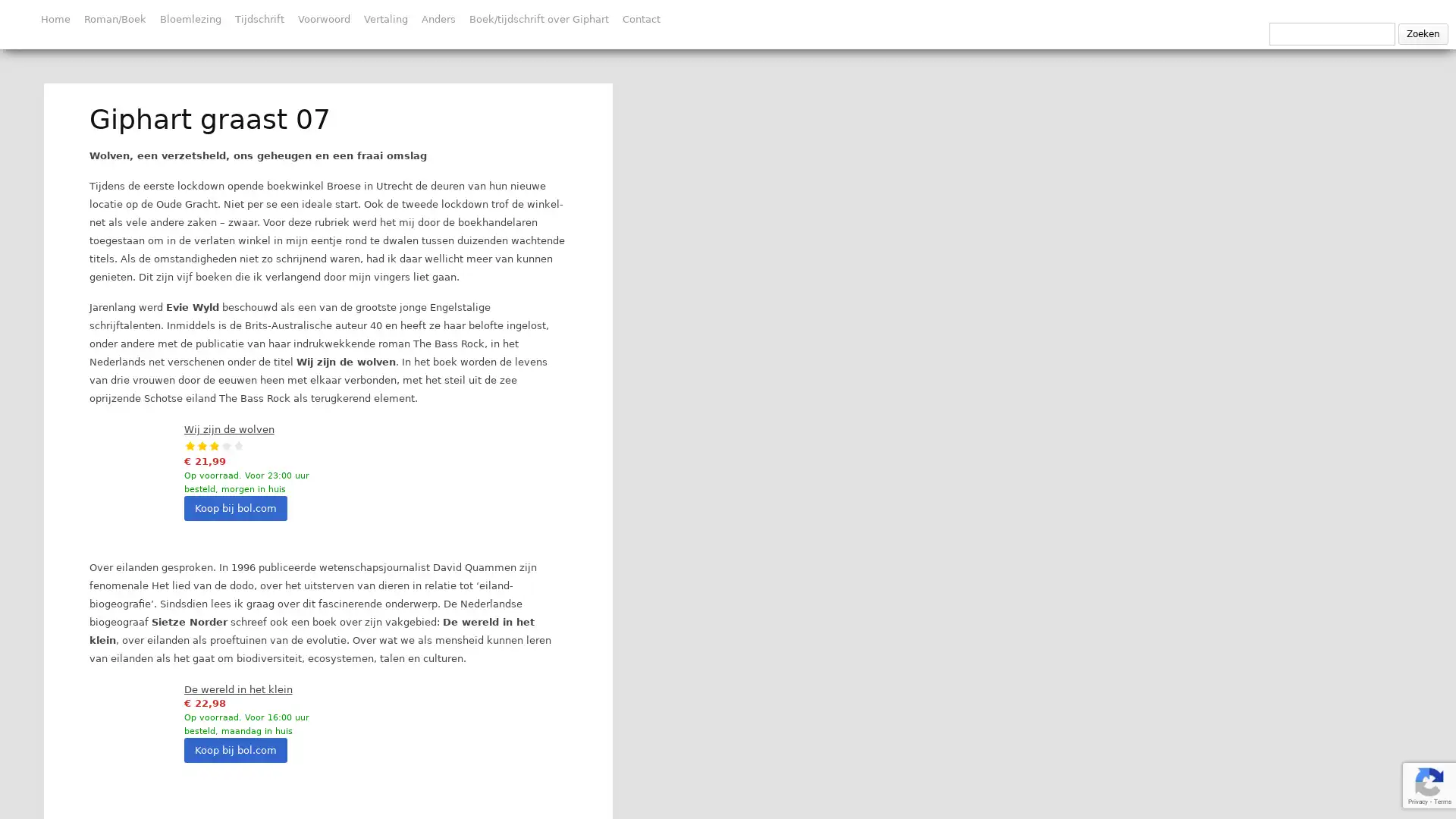  I want to click on Zoeken, so click(1422, 34).